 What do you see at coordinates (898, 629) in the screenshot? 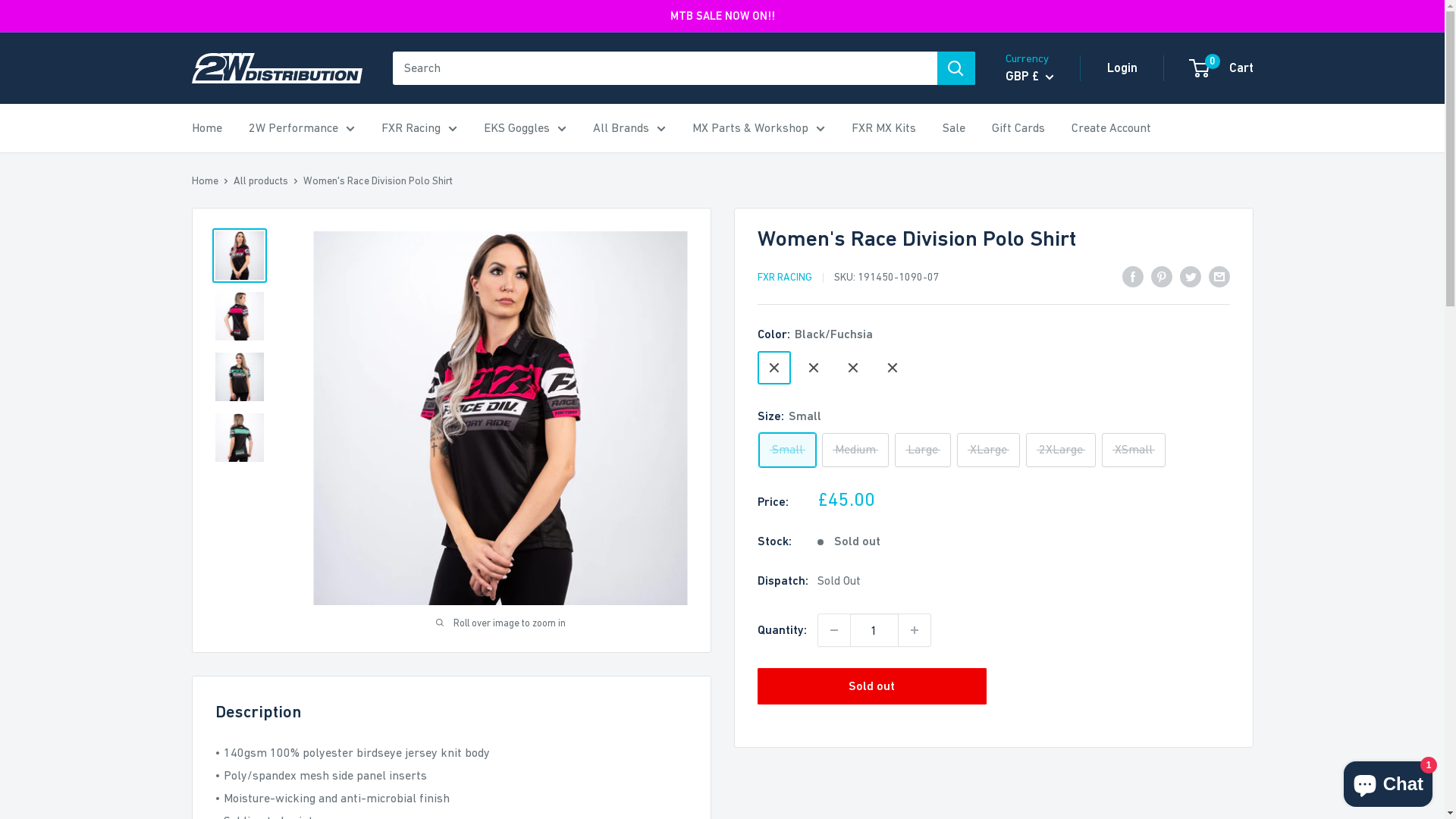
I see `'Increase quantity by 1'` at bounding box center [898, 629].